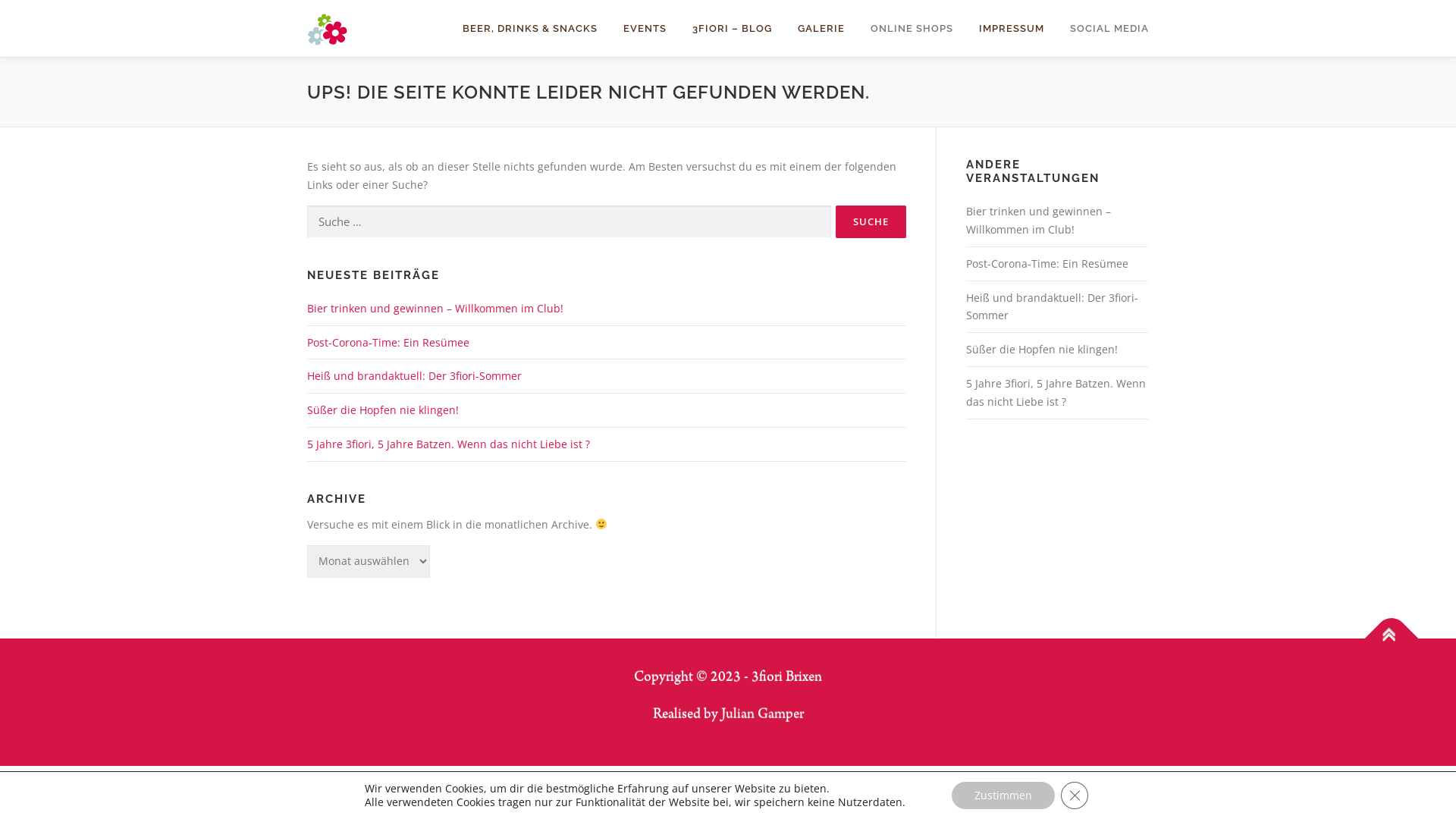 This screenshot has width=1456, height=819. I want to click on 'Suche', so click(871, 221).